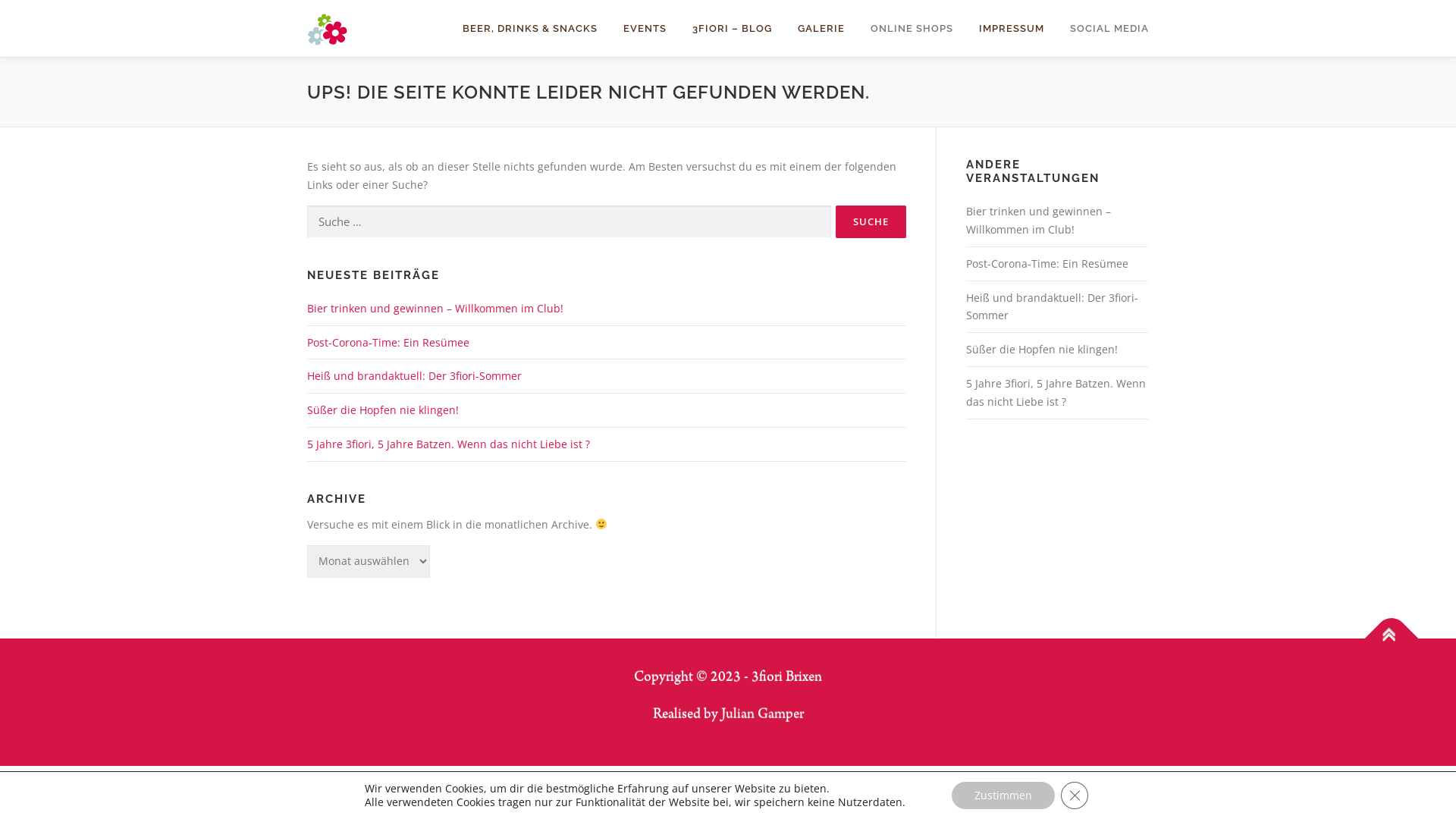 This screenshot has width=1456, height=819. I want to click on 'Suche', so click(871, 221).